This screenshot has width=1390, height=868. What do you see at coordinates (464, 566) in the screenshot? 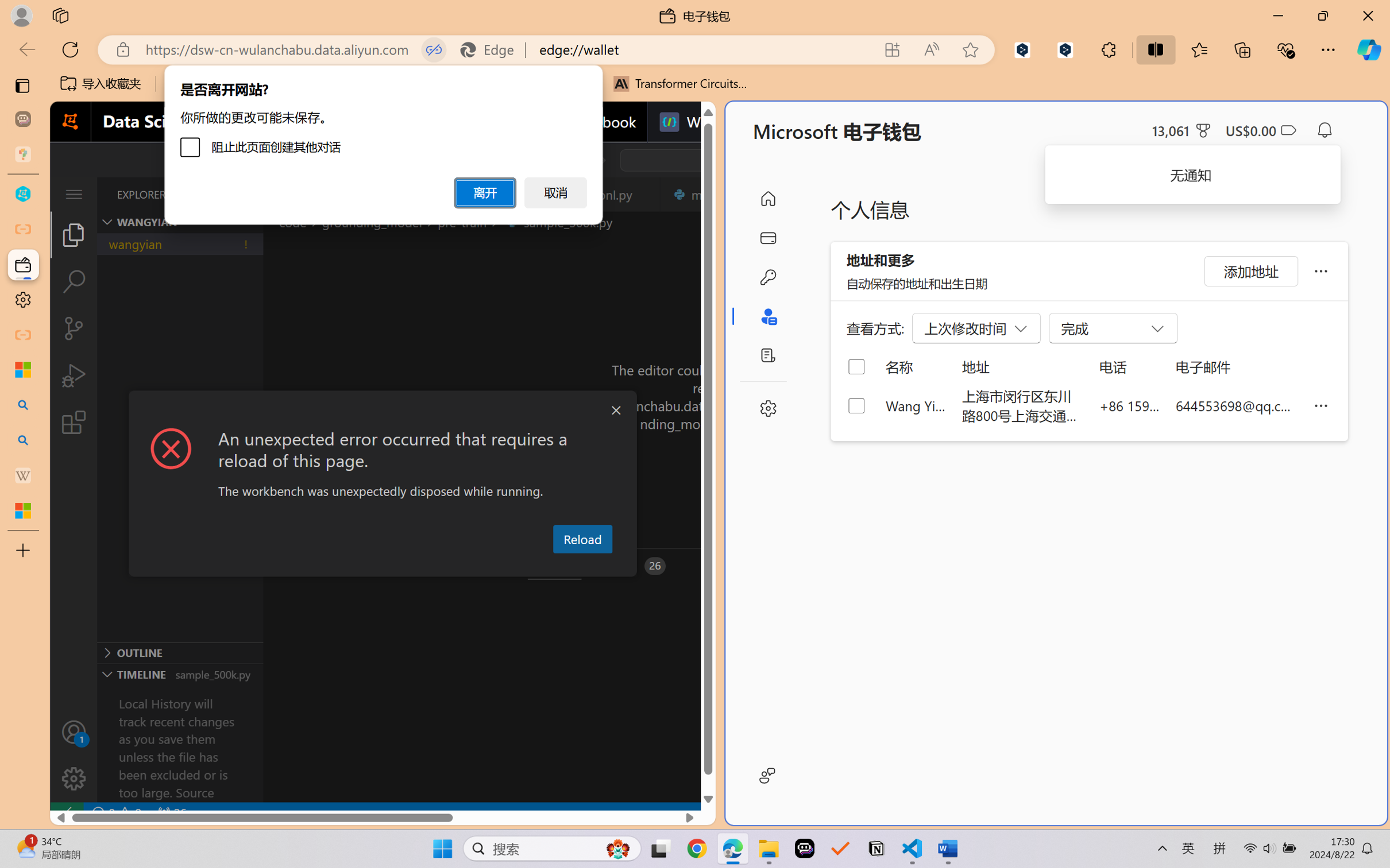
I see `'Debug Console (Ctrl+Shift+Y)'` at bounding box center [464, 566].